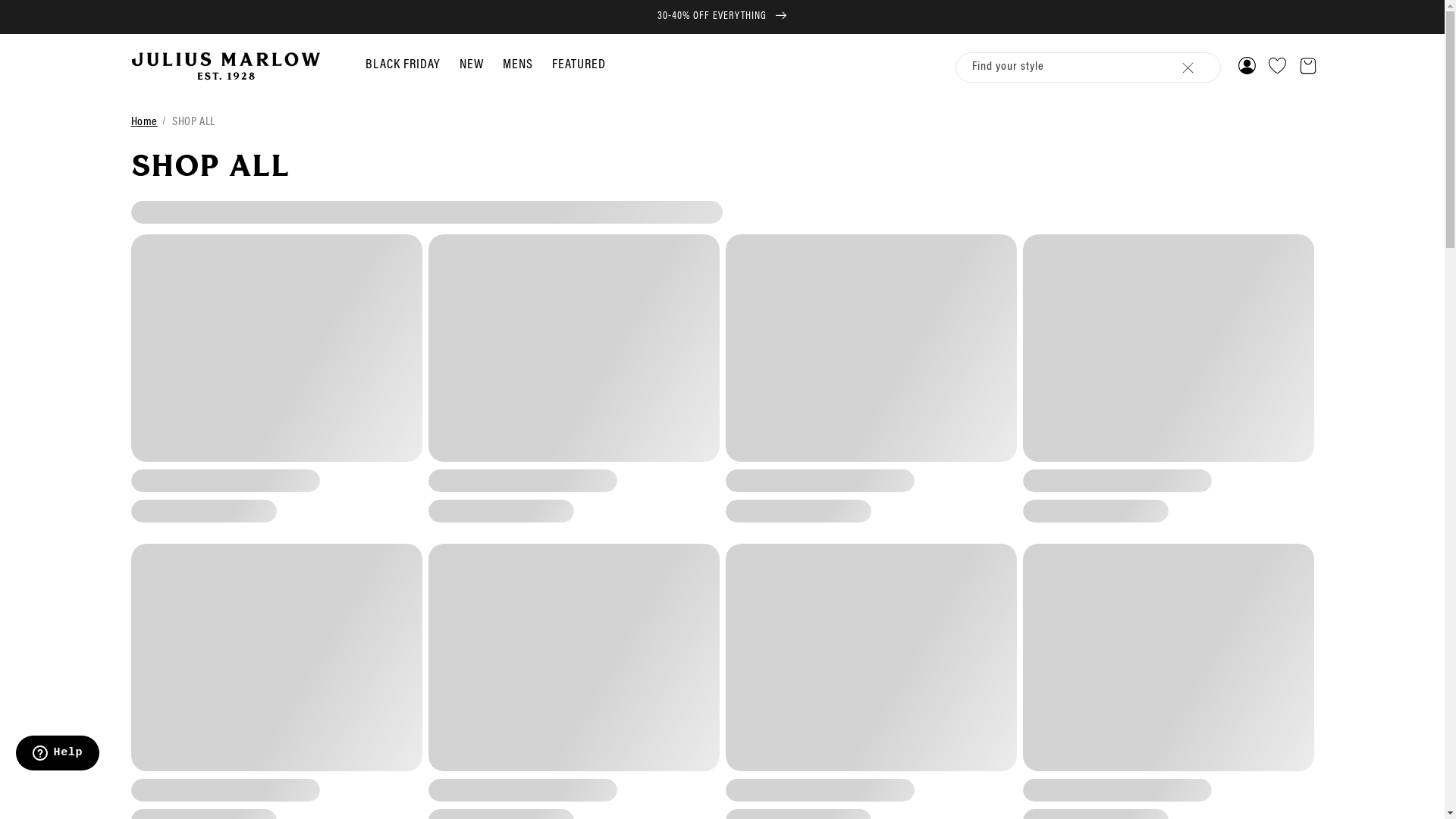 This screenshot has height=819, width=1456. I want to click on 'MENS', so click(502, 64).